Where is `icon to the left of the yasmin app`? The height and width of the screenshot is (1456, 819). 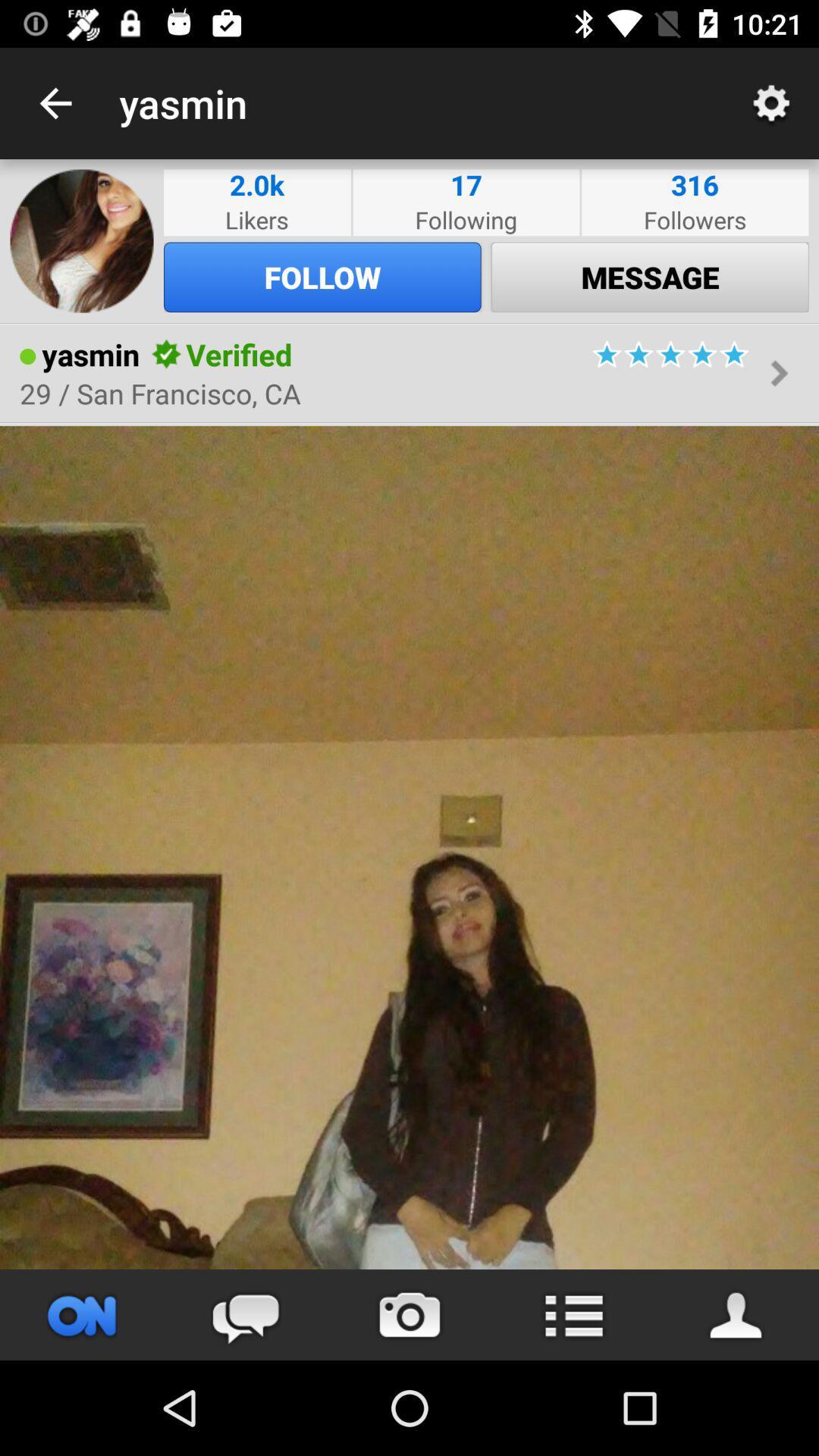 icon to the left of the yasmin app is located at coordinates (55, 102).